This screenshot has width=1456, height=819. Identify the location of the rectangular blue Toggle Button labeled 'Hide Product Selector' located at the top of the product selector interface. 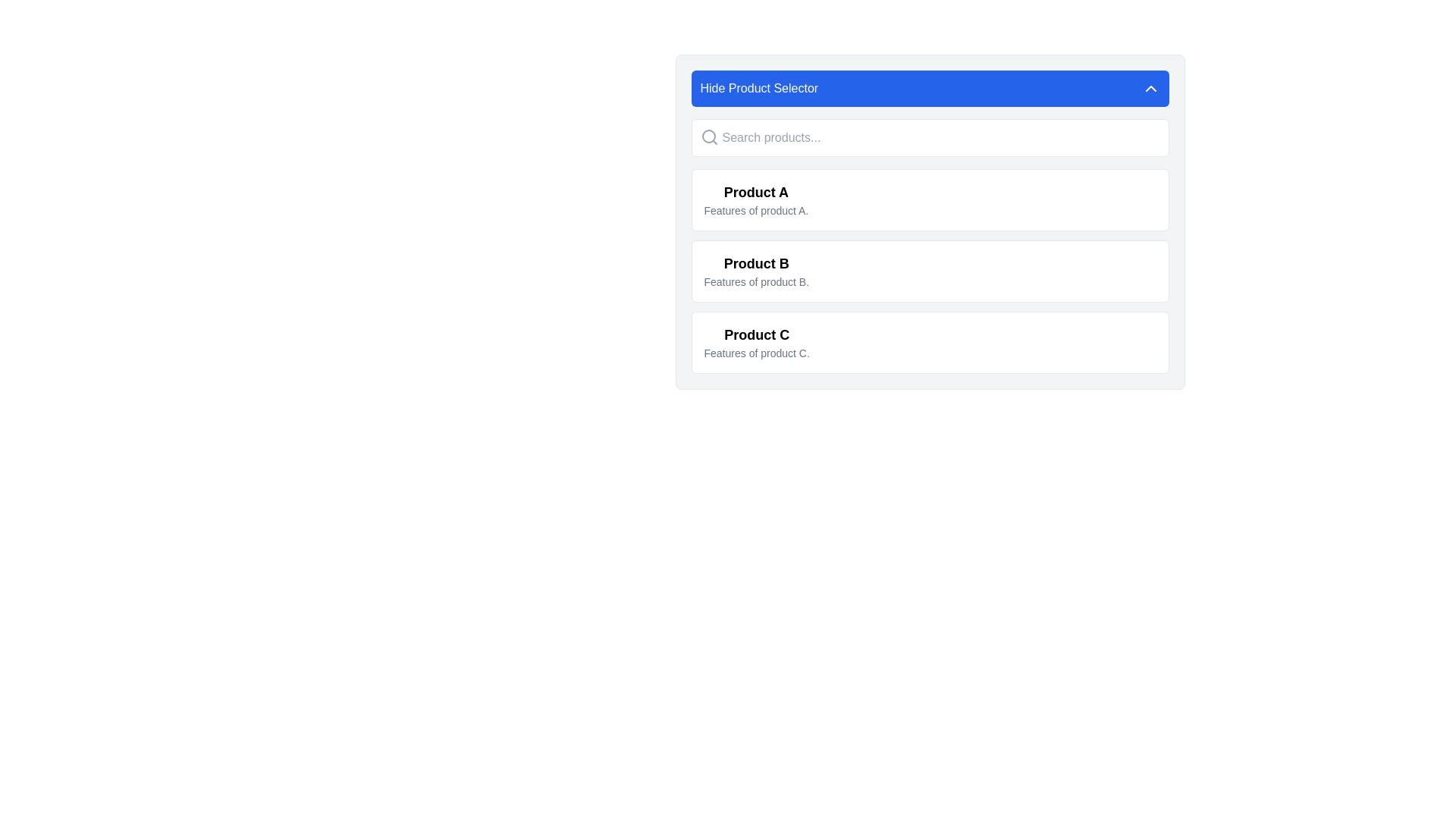
(929, 88).